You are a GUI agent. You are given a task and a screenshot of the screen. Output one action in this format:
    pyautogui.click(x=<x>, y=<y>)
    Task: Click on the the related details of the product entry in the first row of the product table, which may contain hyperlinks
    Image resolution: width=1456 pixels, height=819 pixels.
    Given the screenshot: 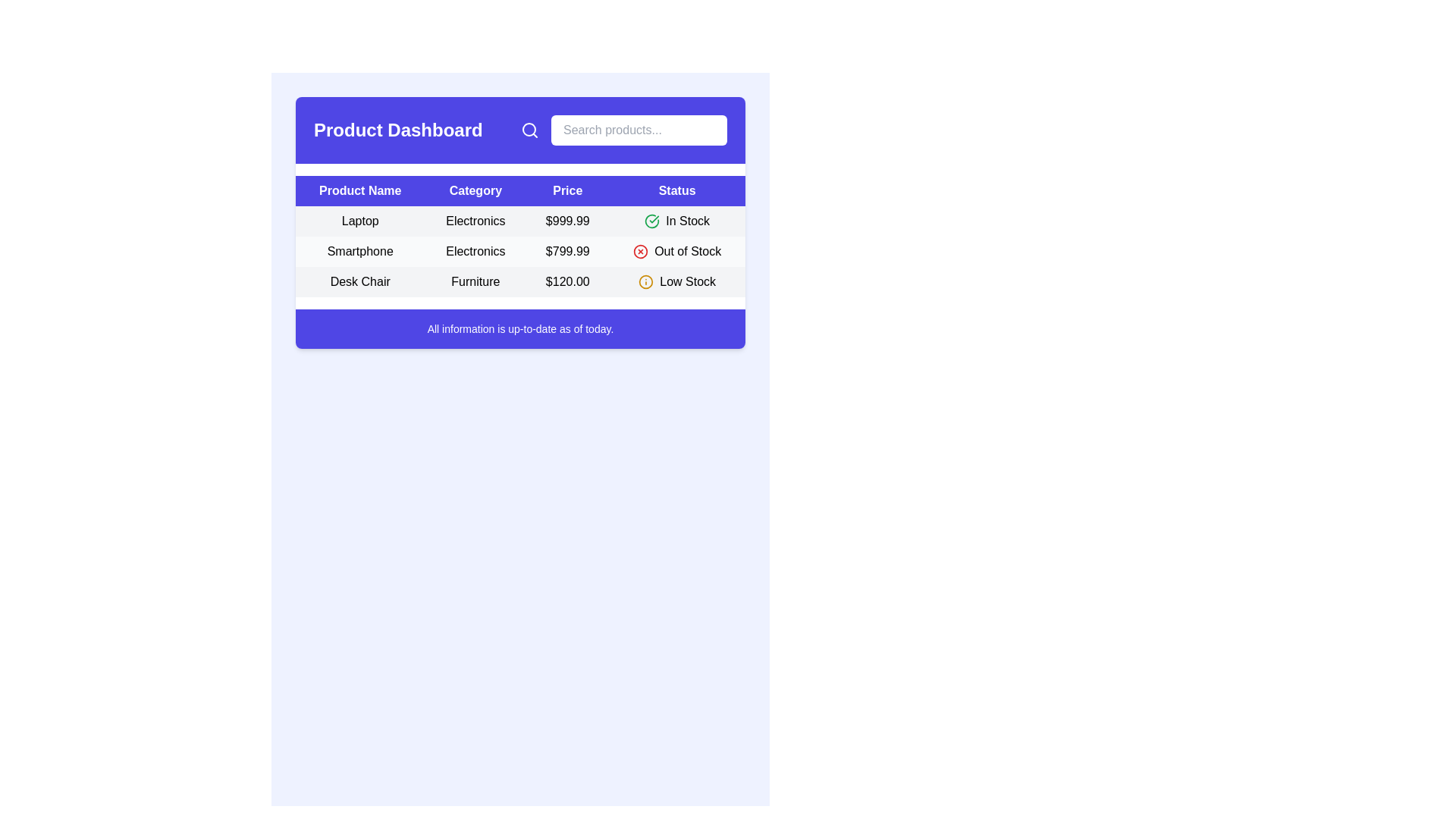 What is the action you would take?
    pyautogui.click(x=520, y=221)
    